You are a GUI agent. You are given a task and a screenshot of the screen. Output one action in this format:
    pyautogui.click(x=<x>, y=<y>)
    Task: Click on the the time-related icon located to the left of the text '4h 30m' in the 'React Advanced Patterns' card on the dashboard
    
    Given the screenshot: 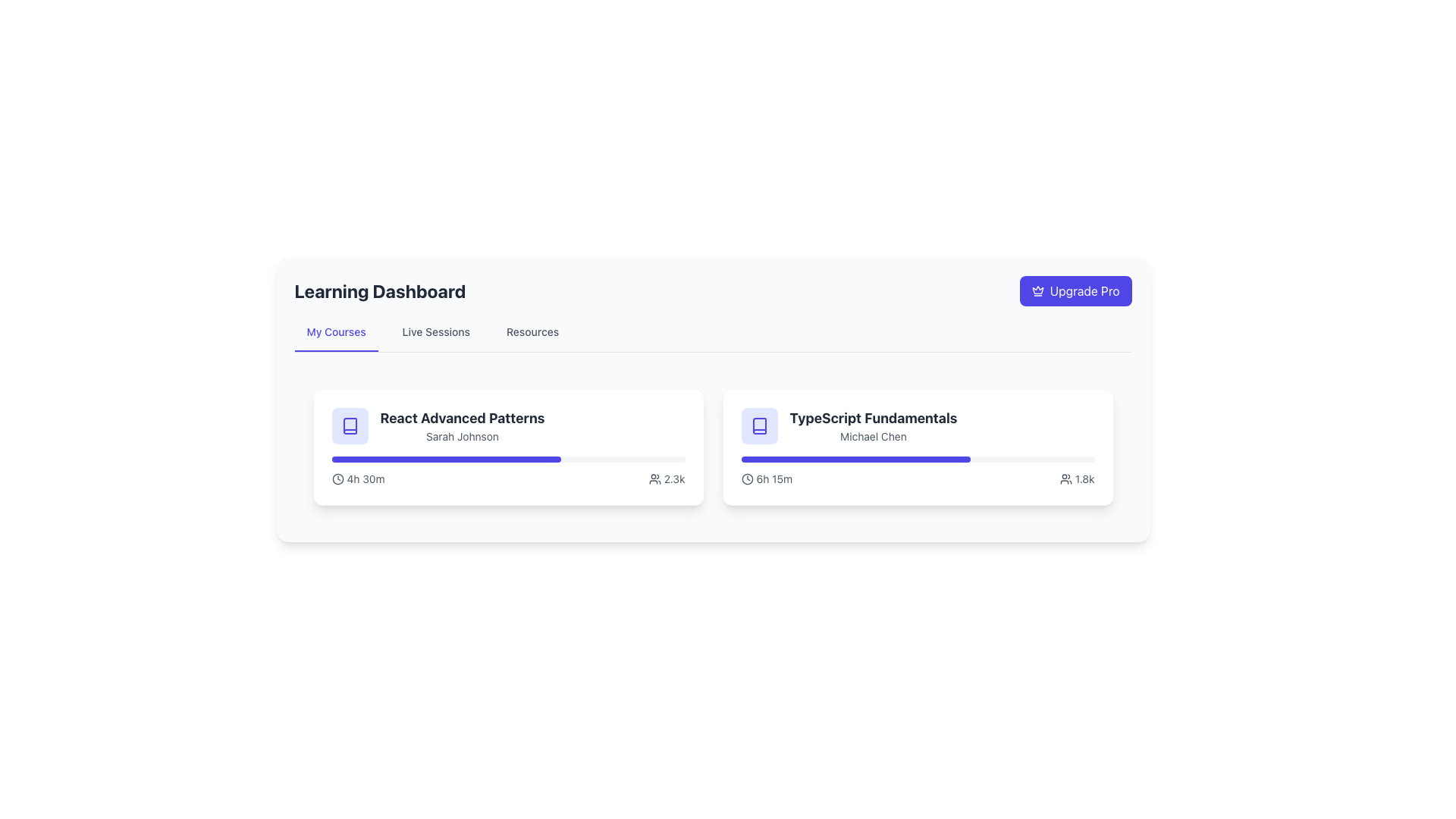 What is the action you would take?
    pyautogui.click(x=337, y=479)
    